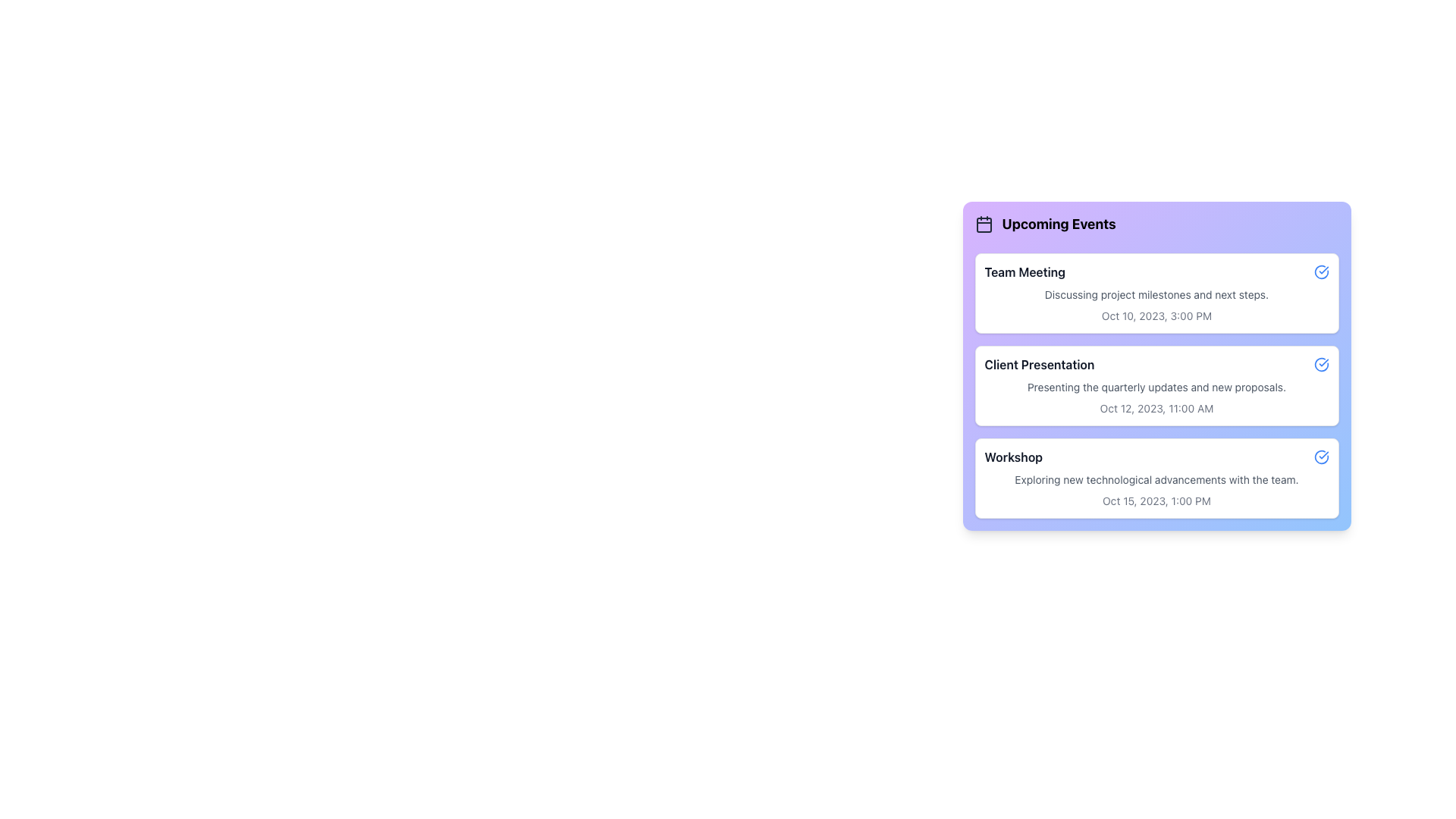 The image size is (1456, 819). What do you see at coordinates (1131, 407) in the screenshot?
I see `the date text label displaying 'Oct 12, 2023', which is part of the 'Client Presentation' event details and located to the left of the time '11:00 AM'` at bounding box center [1131, 407].